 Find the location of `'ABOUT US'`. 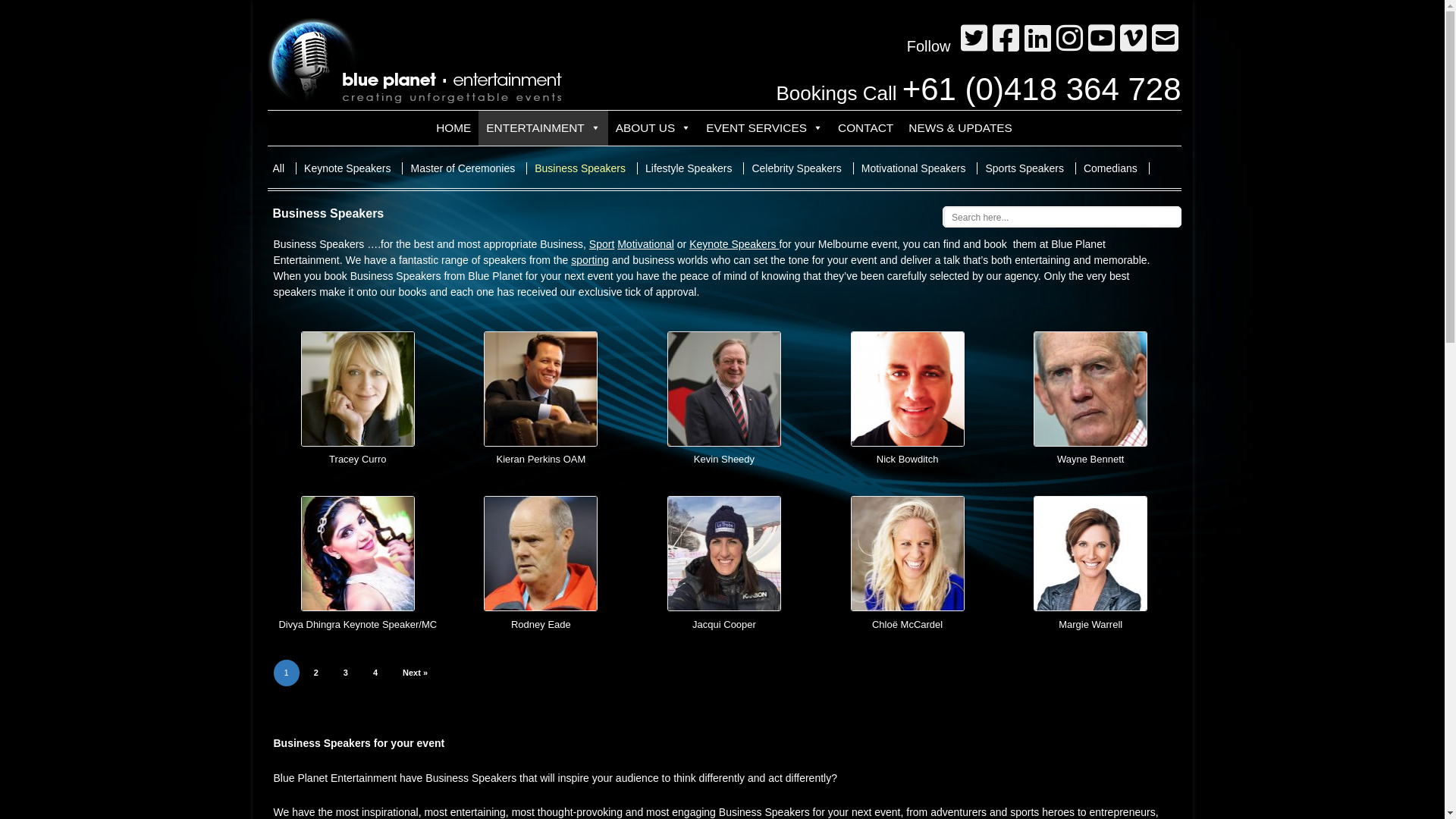

'ABOUT US' is located at coordinates (653, 127).